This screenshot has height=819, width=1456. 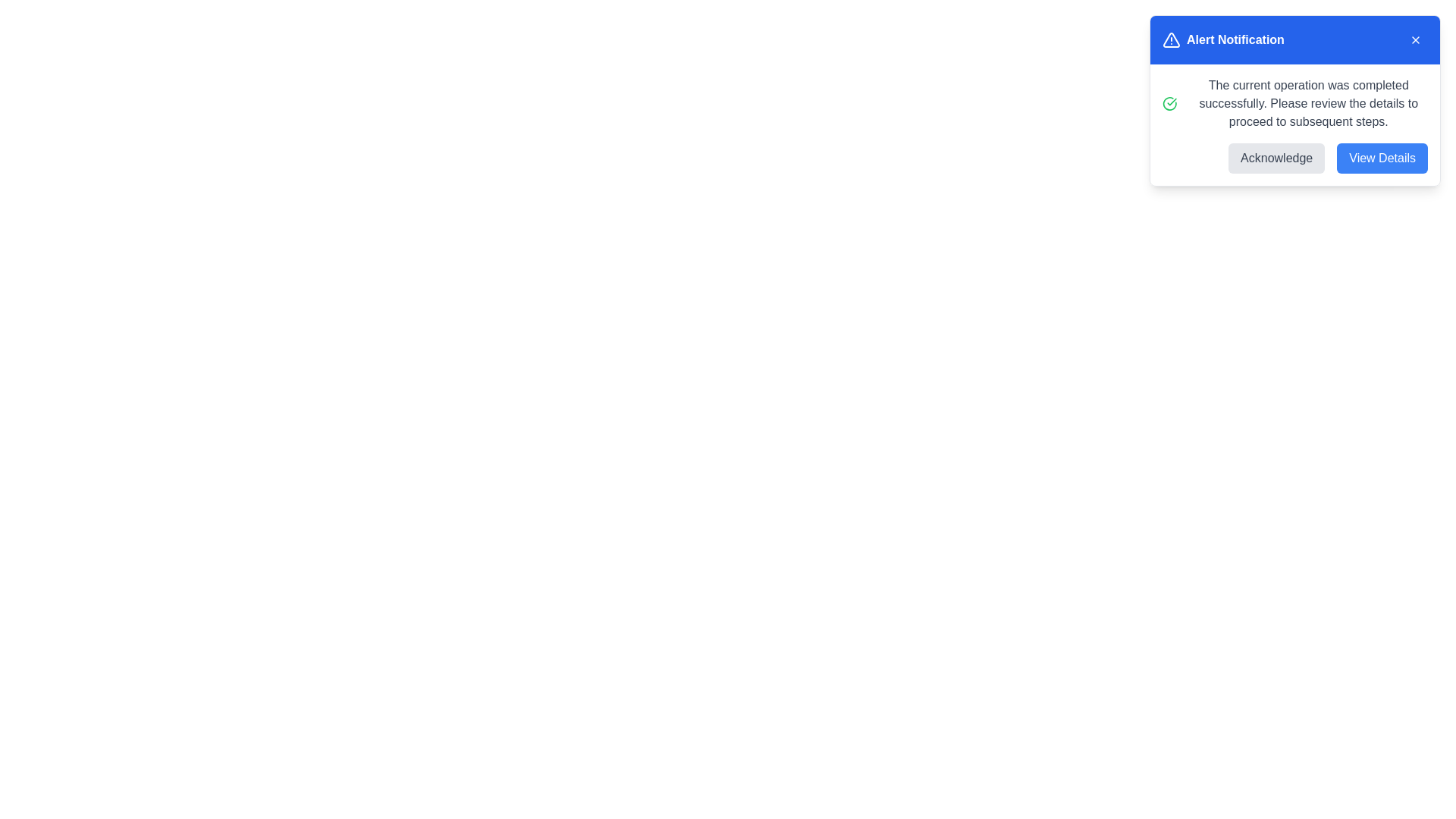 I want to click on the close button with an icon located in the top-right corner of the blue notification header bar, so click(x=1415, y=39).